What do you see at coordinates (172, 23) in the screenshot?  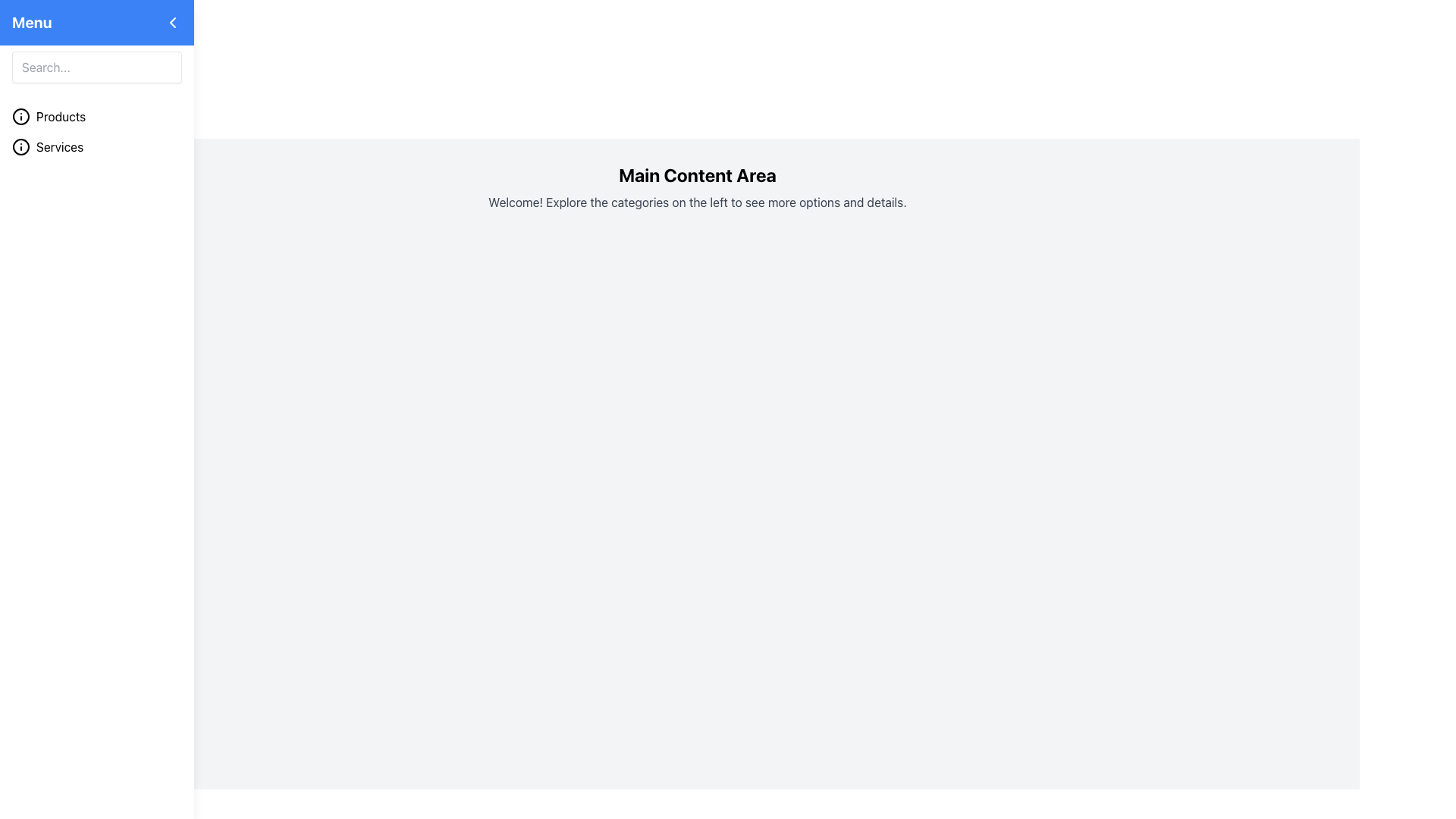 I see `the chevron icon in the Menu section, which serves as a back navigation button` at bounding box center [172, 23].